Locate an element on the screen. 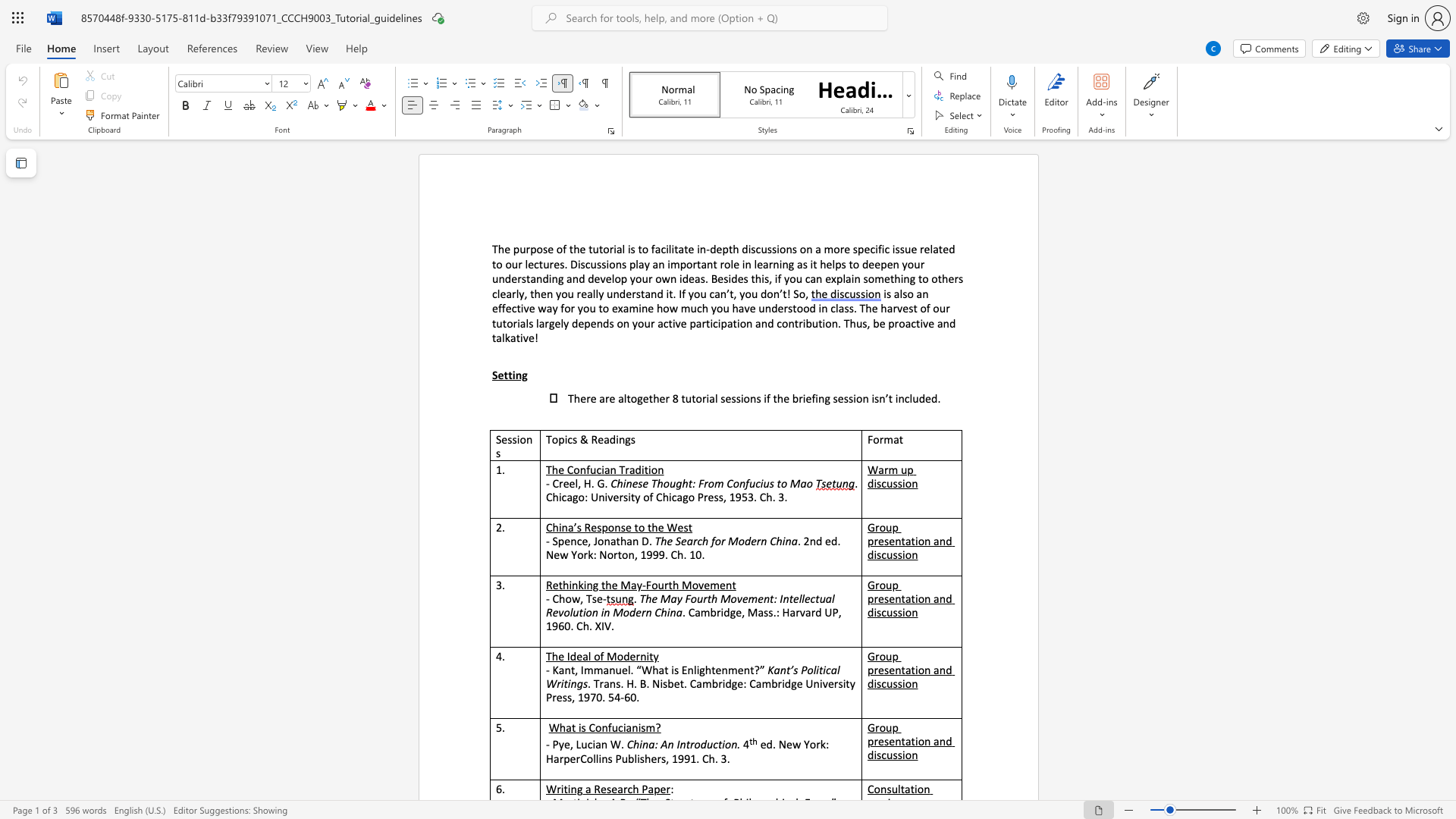  the subset text "at is Con" within the text "What is Confucianism?" is located at coordinates (565, 726).